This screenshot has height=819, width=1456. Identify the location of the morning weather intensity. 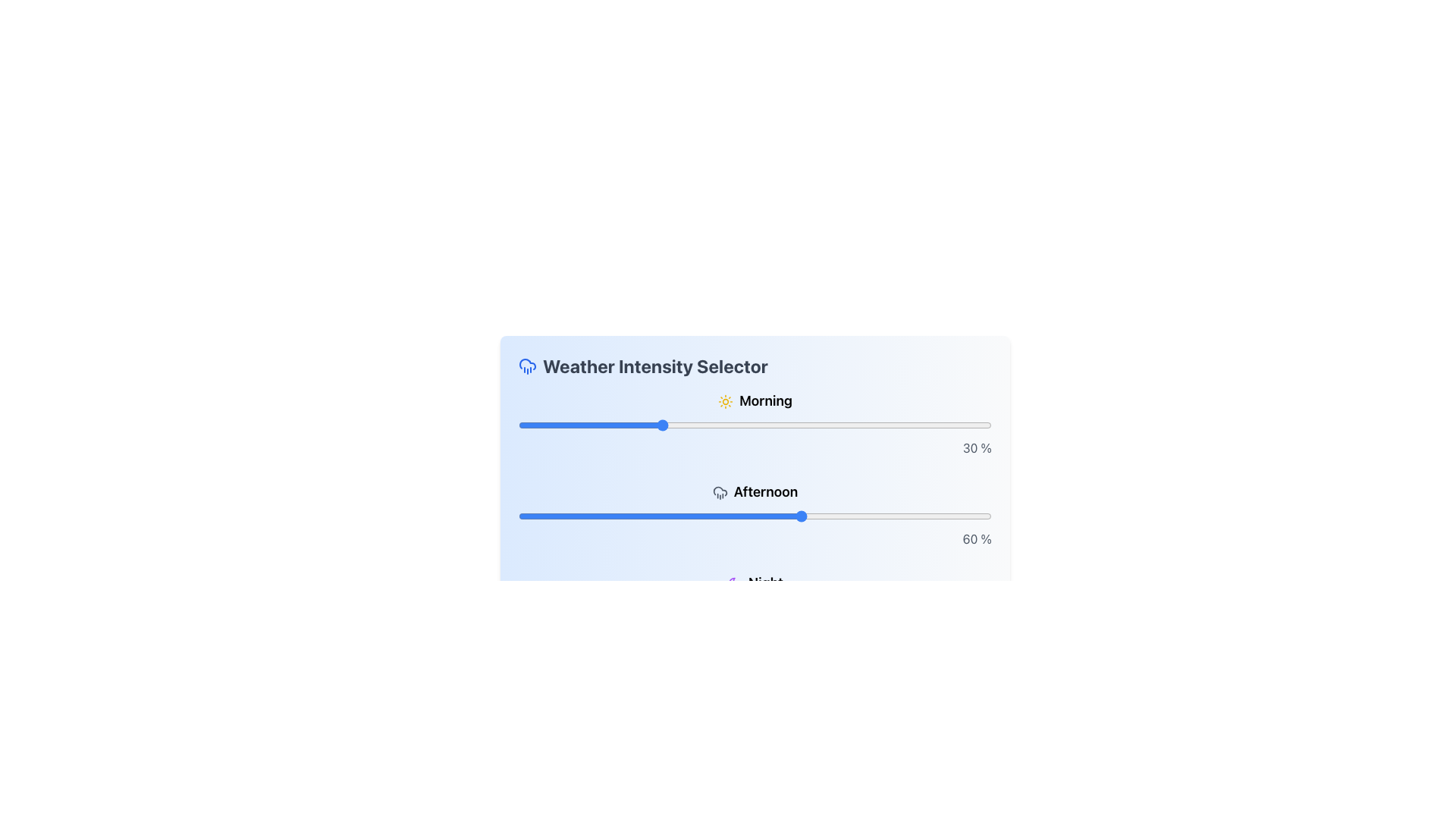
(542, 425).